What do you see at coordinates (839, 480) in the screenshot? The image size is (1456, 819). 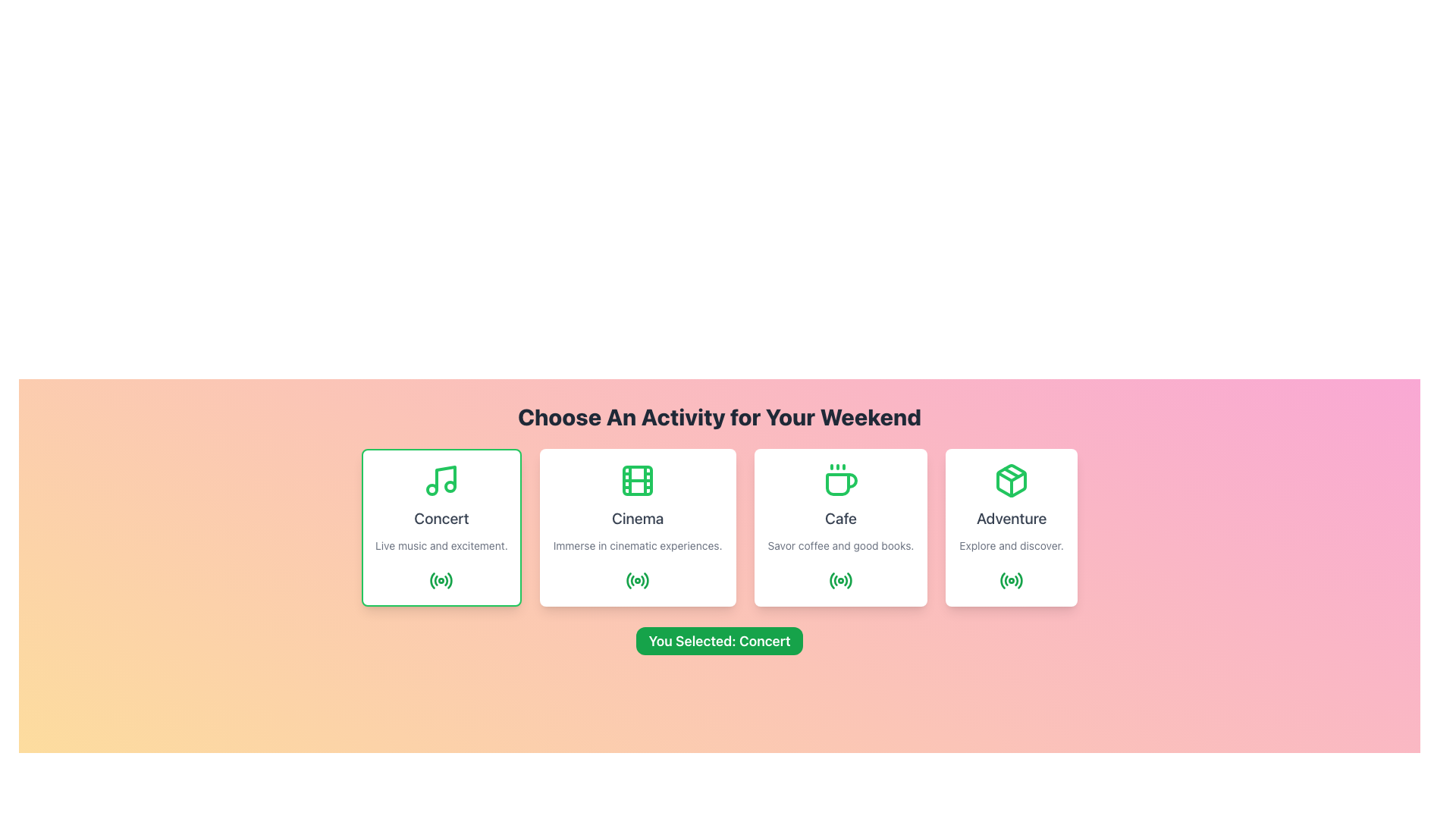 I see `the 'Cafe' card icon` at bounding box center [839, 480].